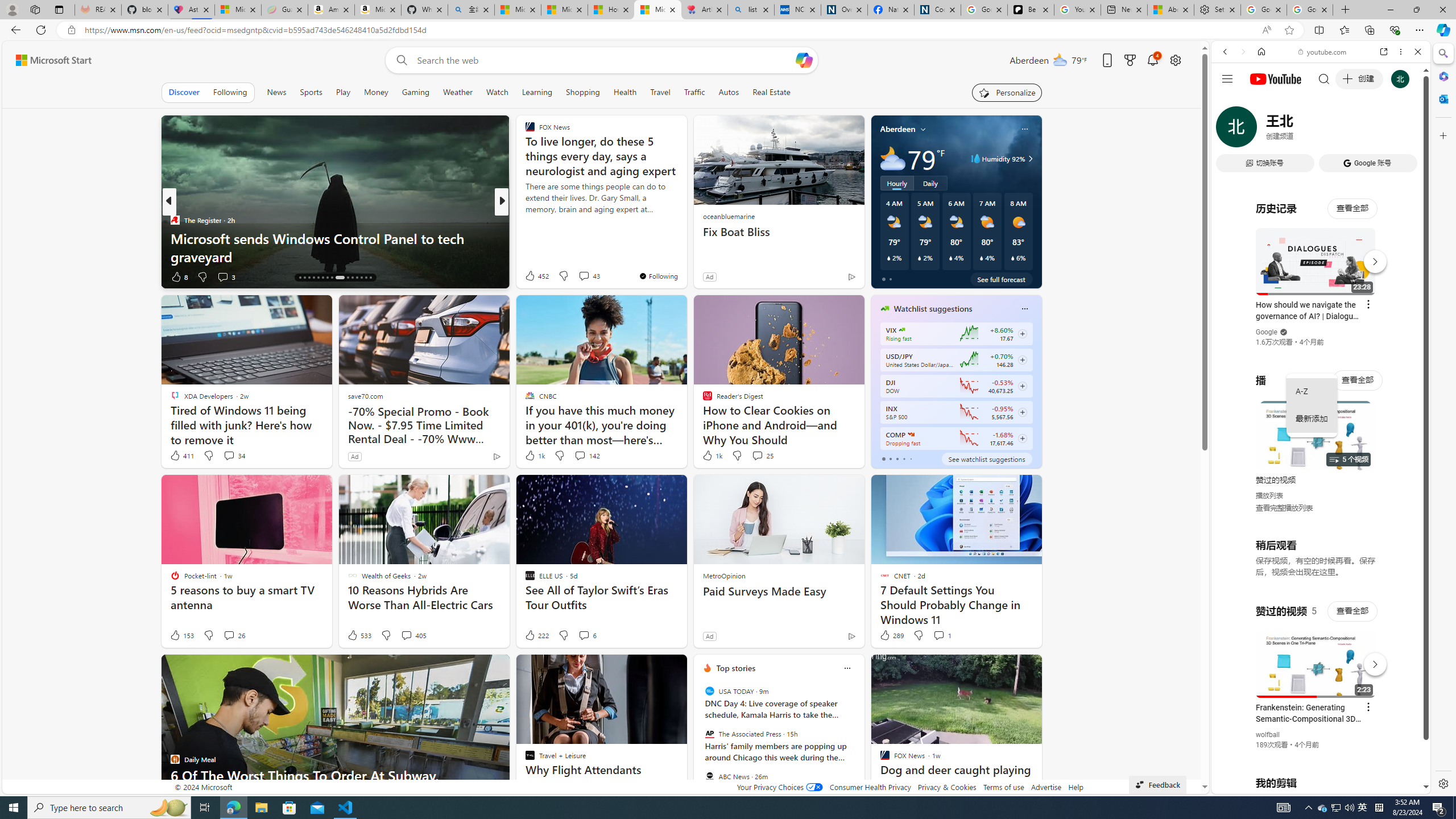 The height and width of the screenshot is (819, 1456). I want to click on 'Class: weather-current-precipitation-glyph', so click(1012, 257).